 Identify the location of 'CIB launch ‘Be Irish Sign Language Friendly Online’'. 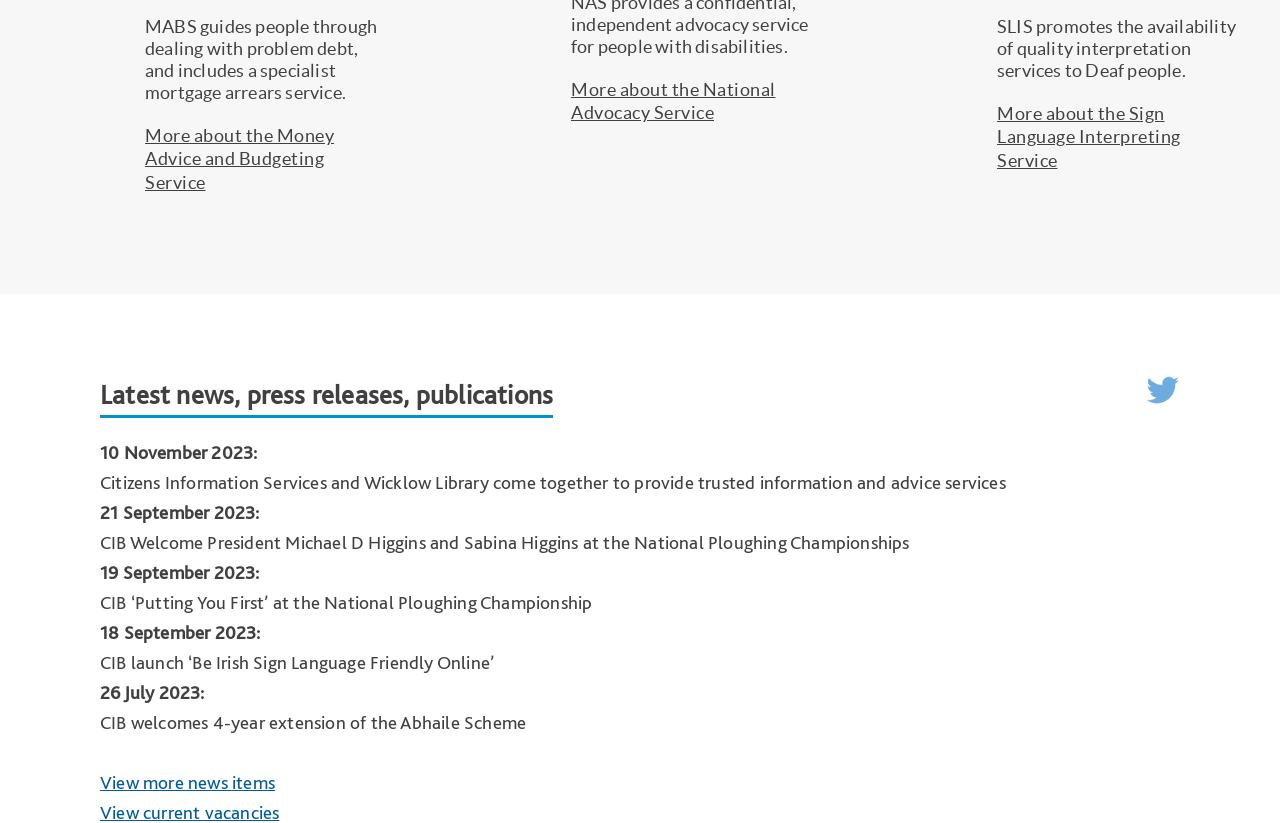
(295, 661).